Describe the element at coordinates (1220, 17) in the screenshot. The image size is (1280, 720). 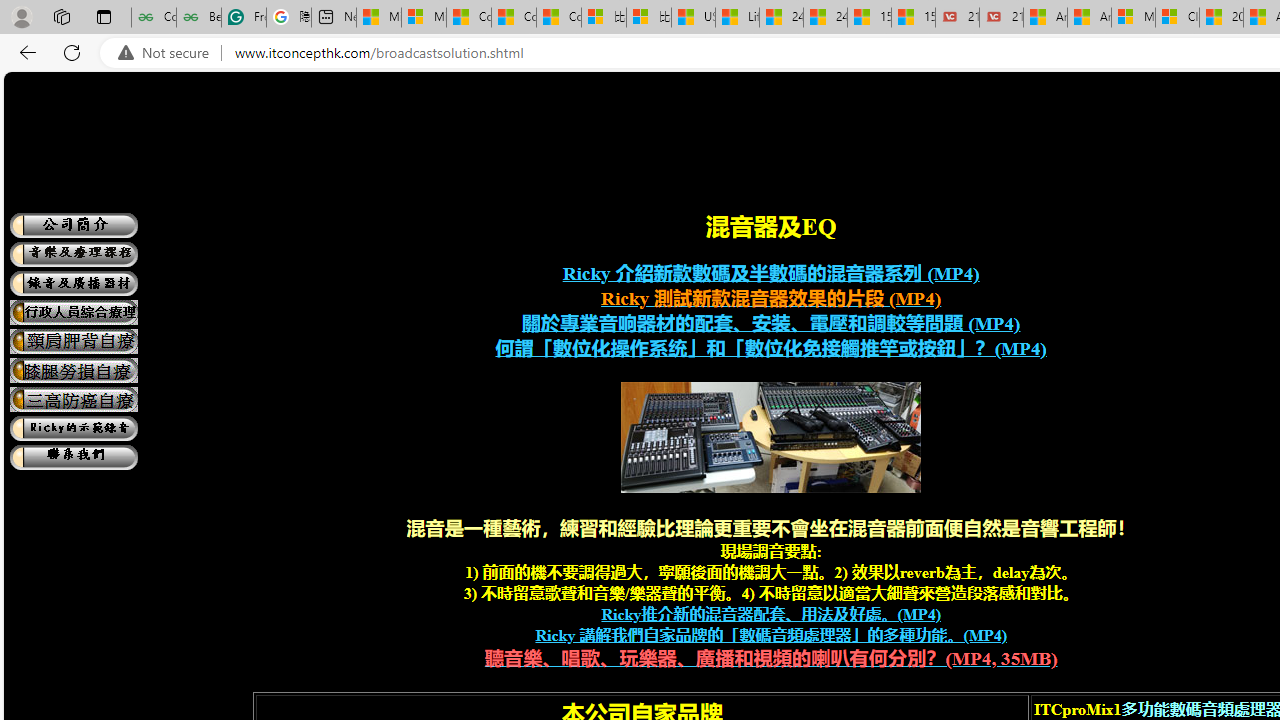
I see `'20 Ways to Boost Your Protein Intake at Every Meal'` at that location.